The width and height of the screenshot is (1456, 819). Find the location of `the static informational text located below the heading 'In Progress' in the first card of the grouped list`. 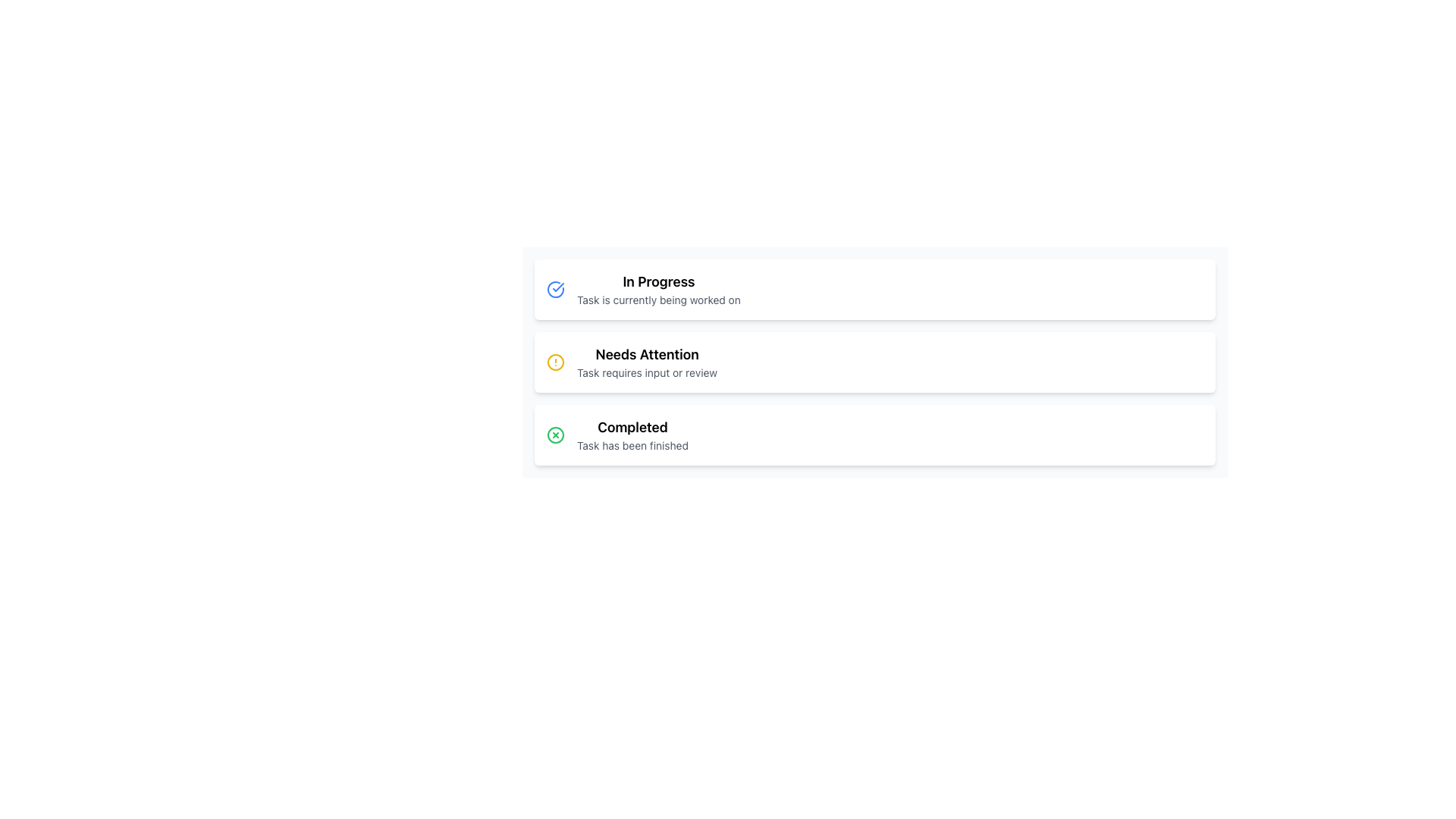

the static informational text located below the heading 'In Progress' in the first card of the grouped list is located at coordinates (658, 300).